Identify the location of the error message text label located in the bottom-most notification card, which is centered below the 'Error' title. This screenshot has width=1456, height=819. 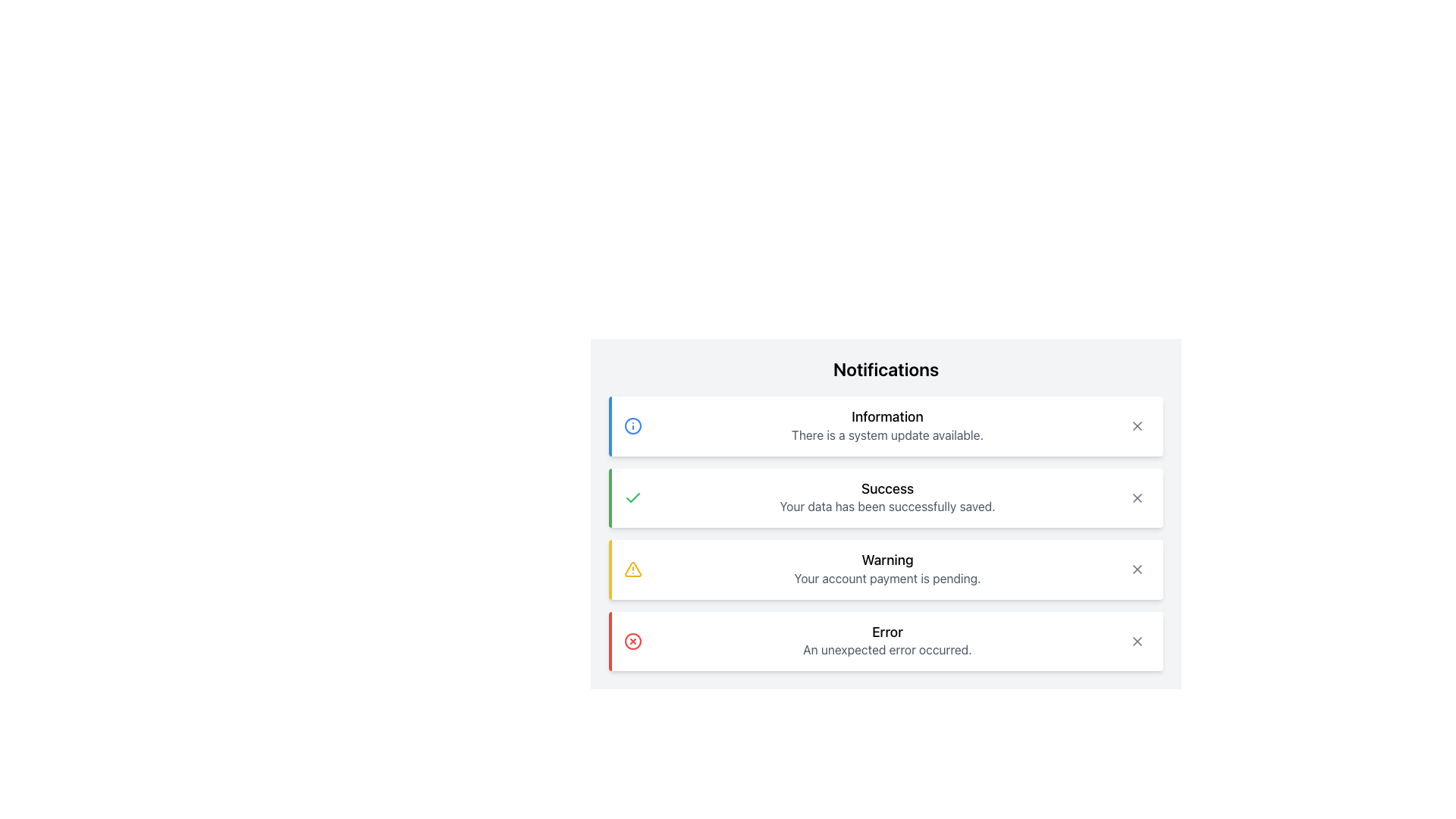
(887, 648).